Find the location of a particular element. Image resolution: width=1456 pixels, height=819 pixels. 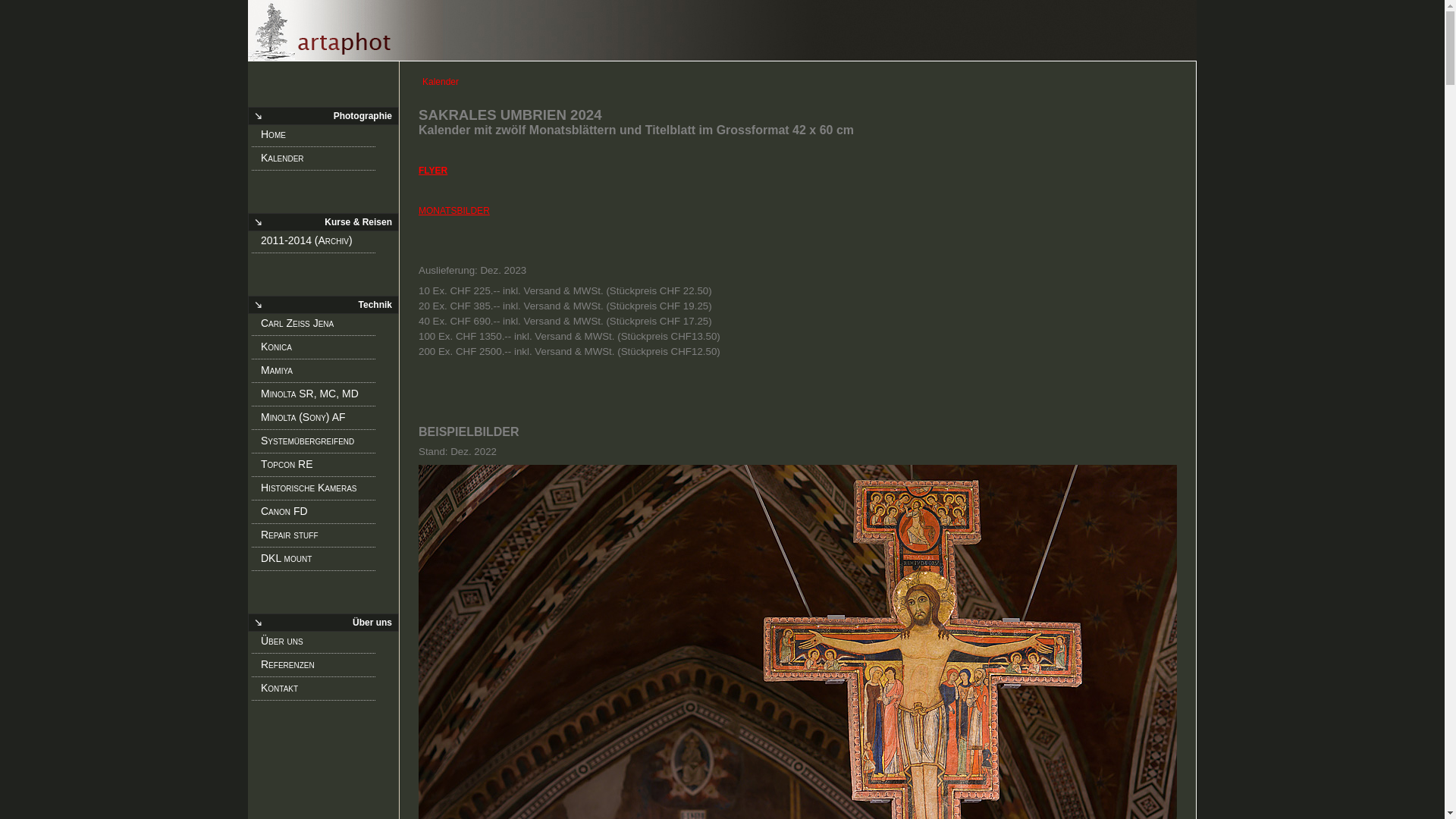

'MONATSBILDER' is located at coordinates (453, 210).